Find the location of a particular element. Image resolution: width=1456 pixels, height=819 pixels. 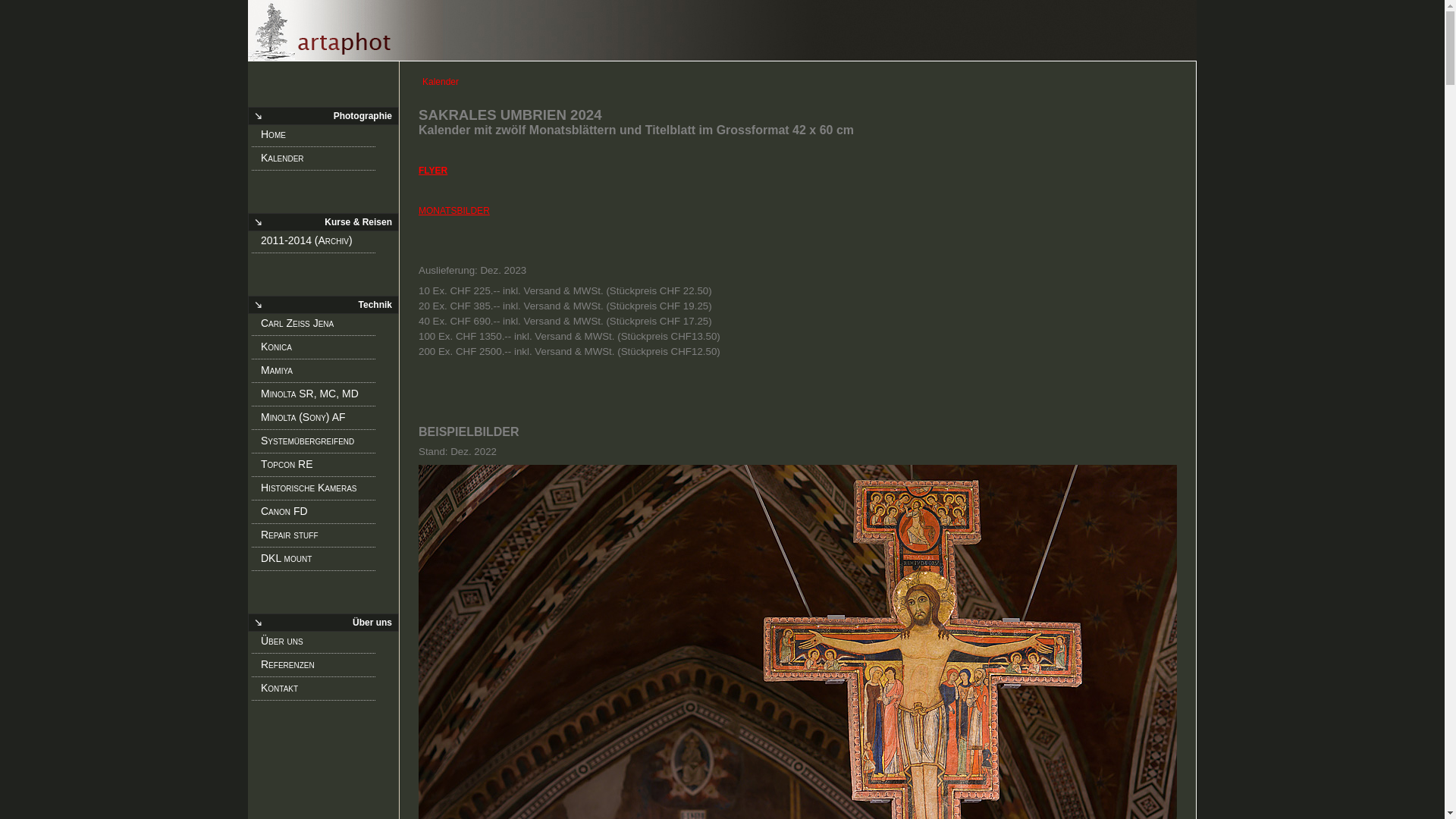

'MONATSBILDER' is located at coordinates (453, 210).